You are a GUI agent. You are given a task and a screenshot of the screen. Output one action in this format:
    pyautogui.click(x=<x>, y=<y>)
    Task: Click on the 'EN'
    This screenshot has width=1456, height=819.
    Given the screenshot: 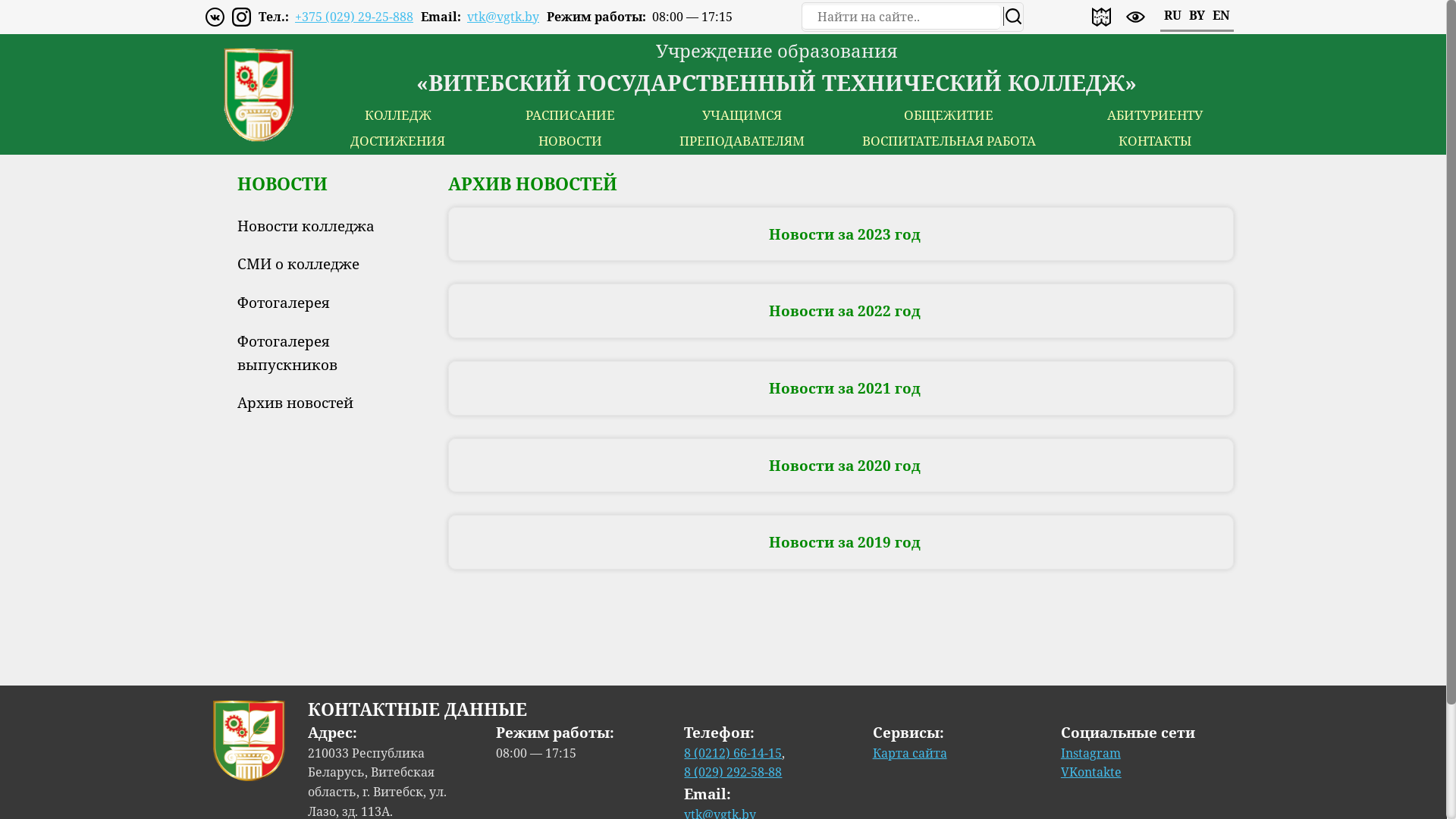 What is the action you would take?
    pyautogui.click(x=1221, y=15)
    